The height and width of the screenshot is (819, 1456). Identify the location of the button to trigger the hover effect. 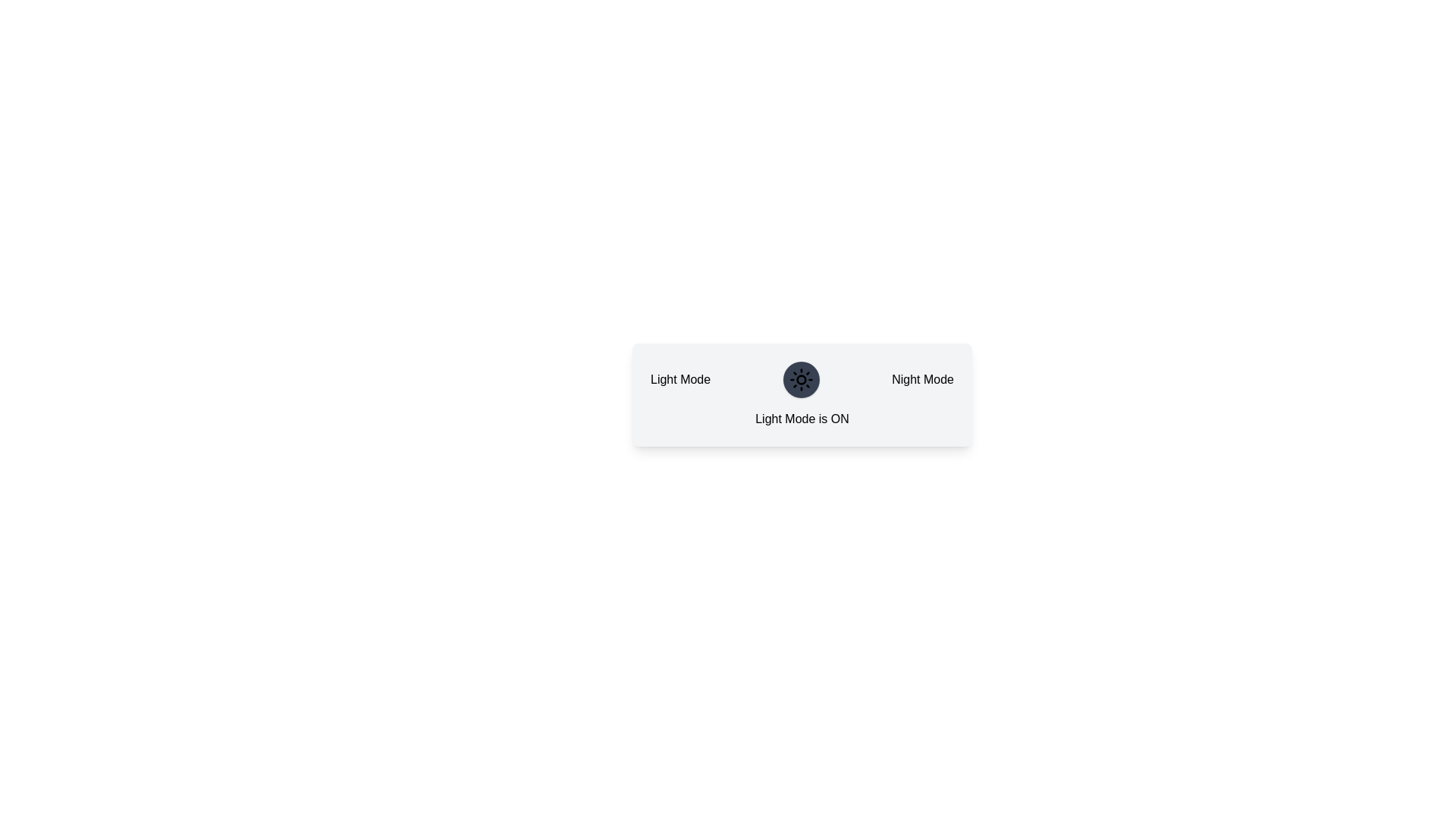
(800, 379).